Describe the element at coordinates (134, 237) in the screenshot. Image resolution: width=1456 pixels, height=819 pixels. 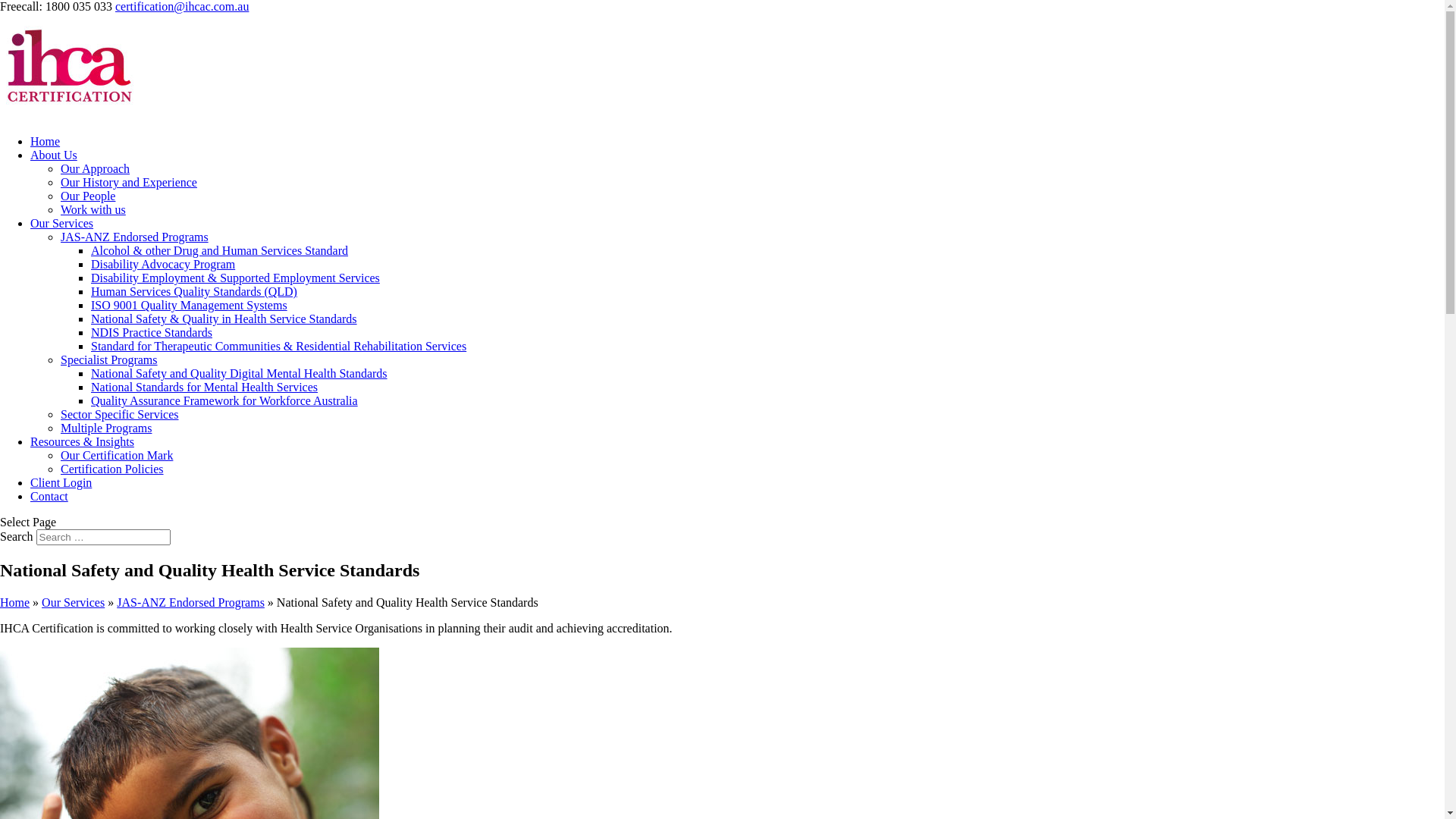
I see `'JAS-ANZ Endorsed Programs'` at that location.